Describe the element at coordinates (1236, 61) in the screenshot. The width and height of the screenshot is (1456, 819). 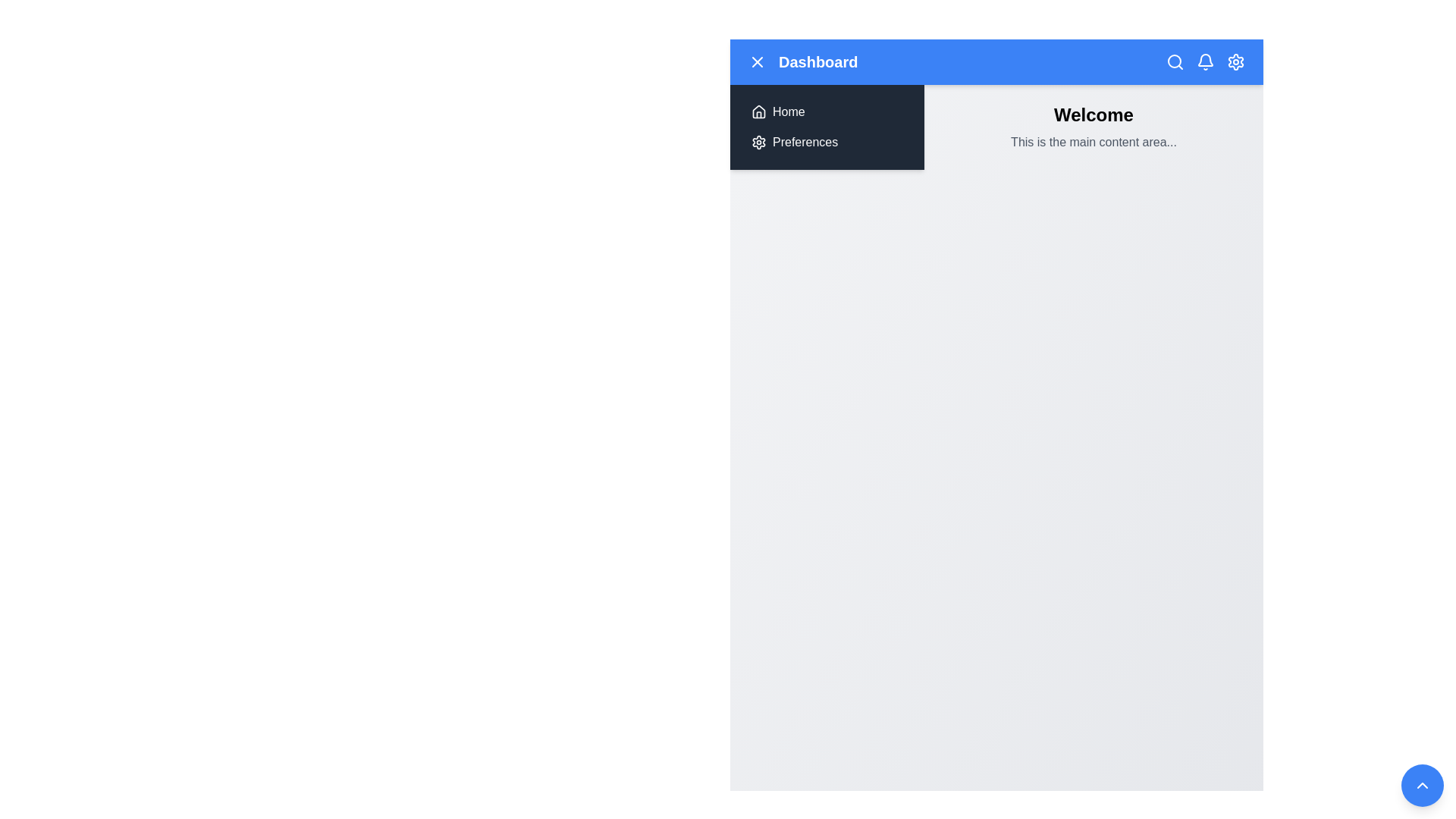
I see `the gear icon button in the blue navigation bar` at that location.